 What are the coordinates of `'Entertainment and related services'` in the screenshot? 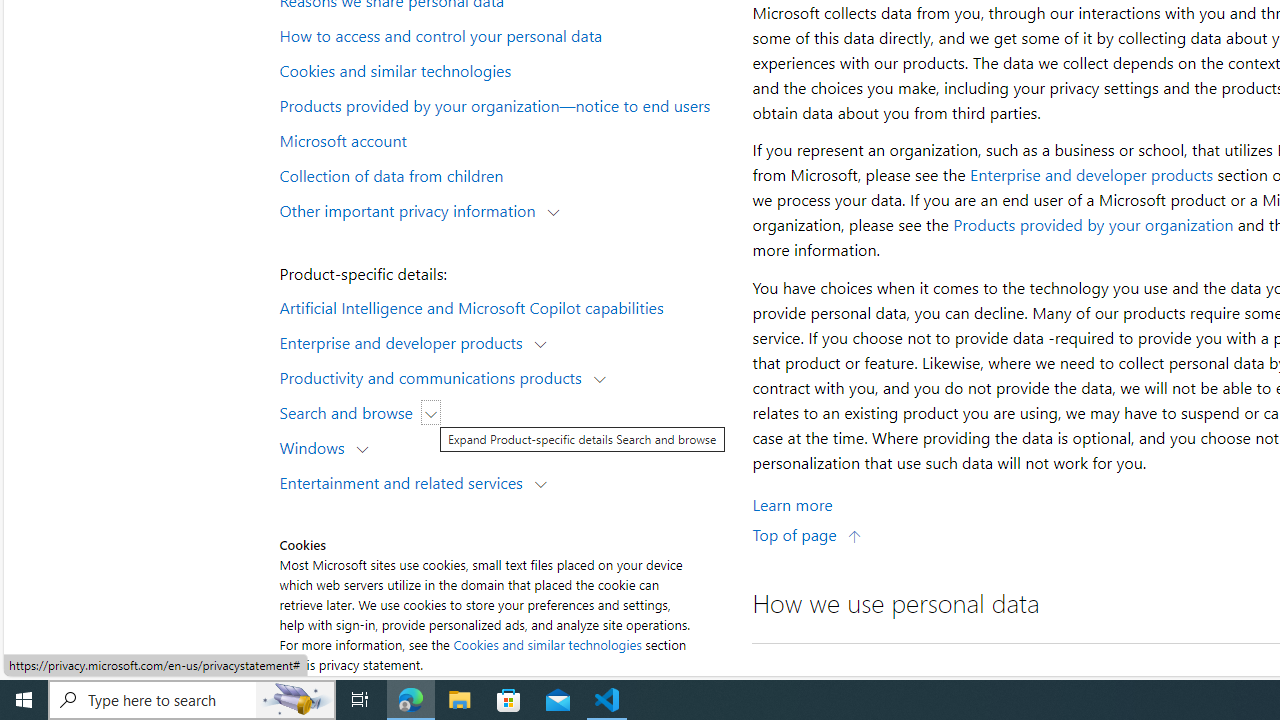 It's located at (404, 482).